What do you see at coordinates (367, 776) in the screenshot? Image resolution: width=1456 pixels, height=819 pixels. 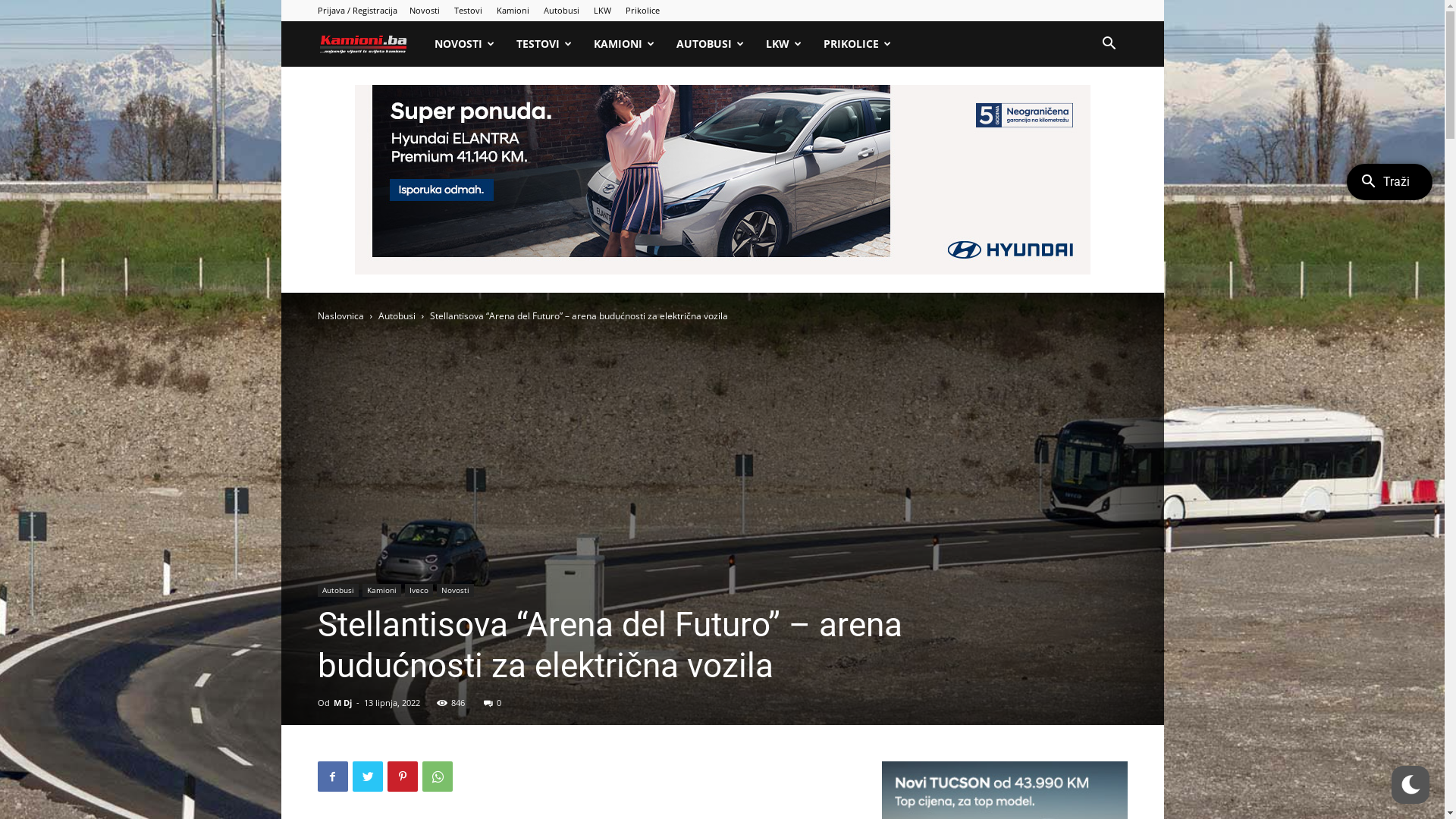 I see `'Twitter'` at bounding box center [367, 776].